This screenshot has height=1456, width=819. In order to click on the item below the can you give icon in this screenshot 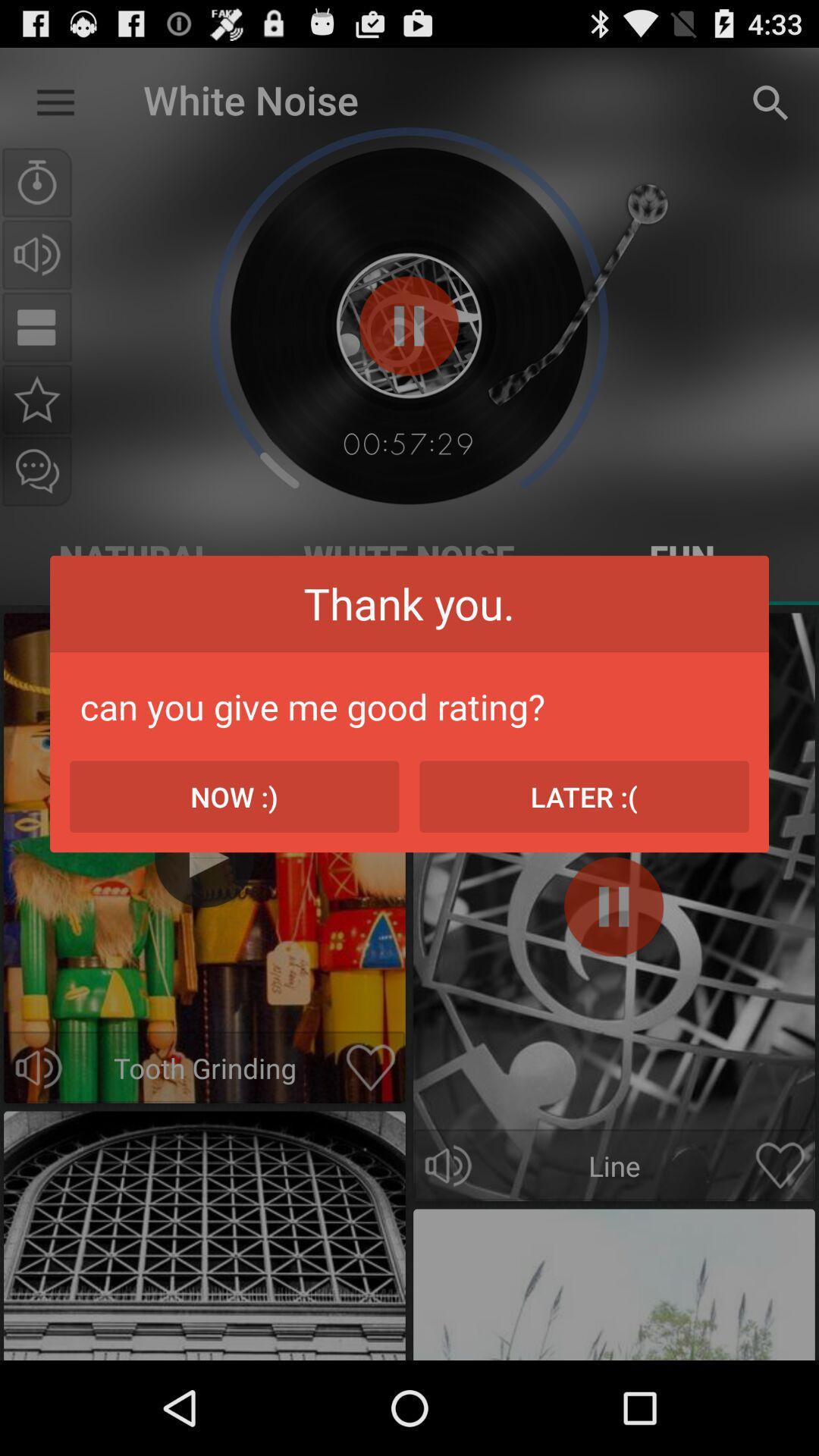, I will do `click(234, 795)`.